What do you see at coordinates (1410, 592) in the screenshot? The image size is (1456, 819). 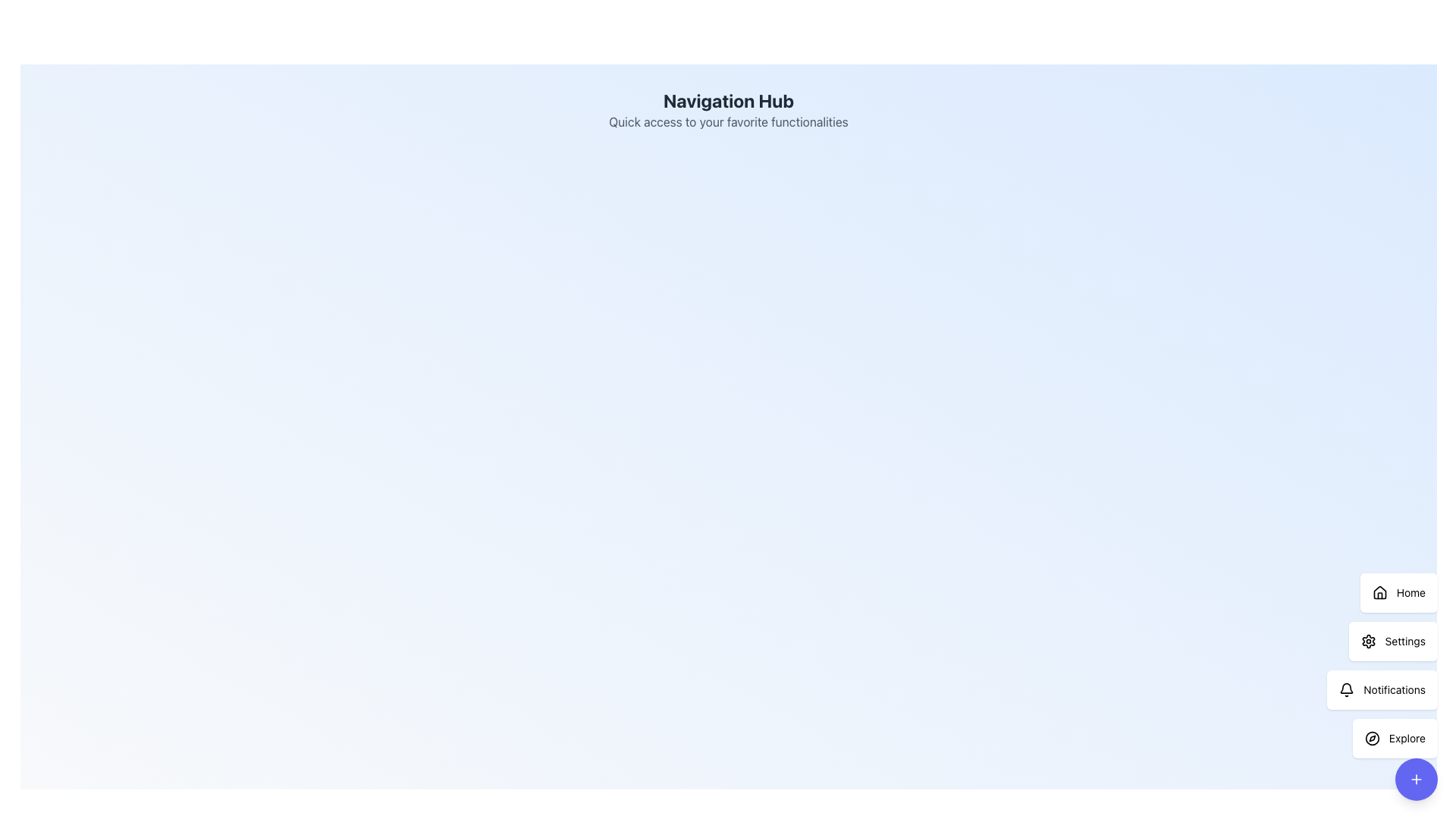 I see `text label for the navigation option 'Home', which directs users to the homepage of the application` at bounding box center [1410, 592].